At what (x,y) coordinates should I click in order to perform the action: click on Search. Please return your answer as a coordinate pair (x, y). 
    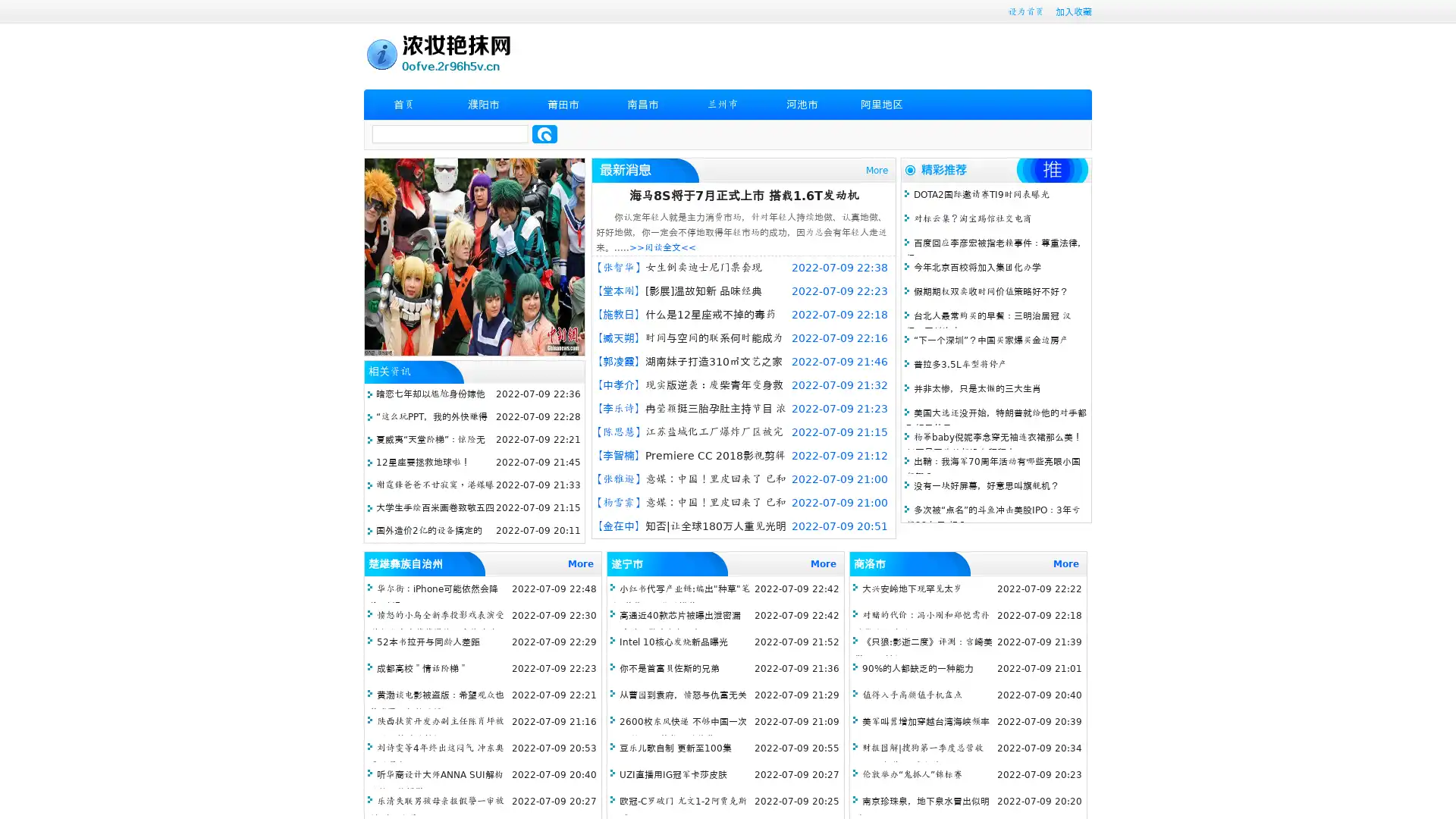
    Looking at the image, I should click on (544, 133).